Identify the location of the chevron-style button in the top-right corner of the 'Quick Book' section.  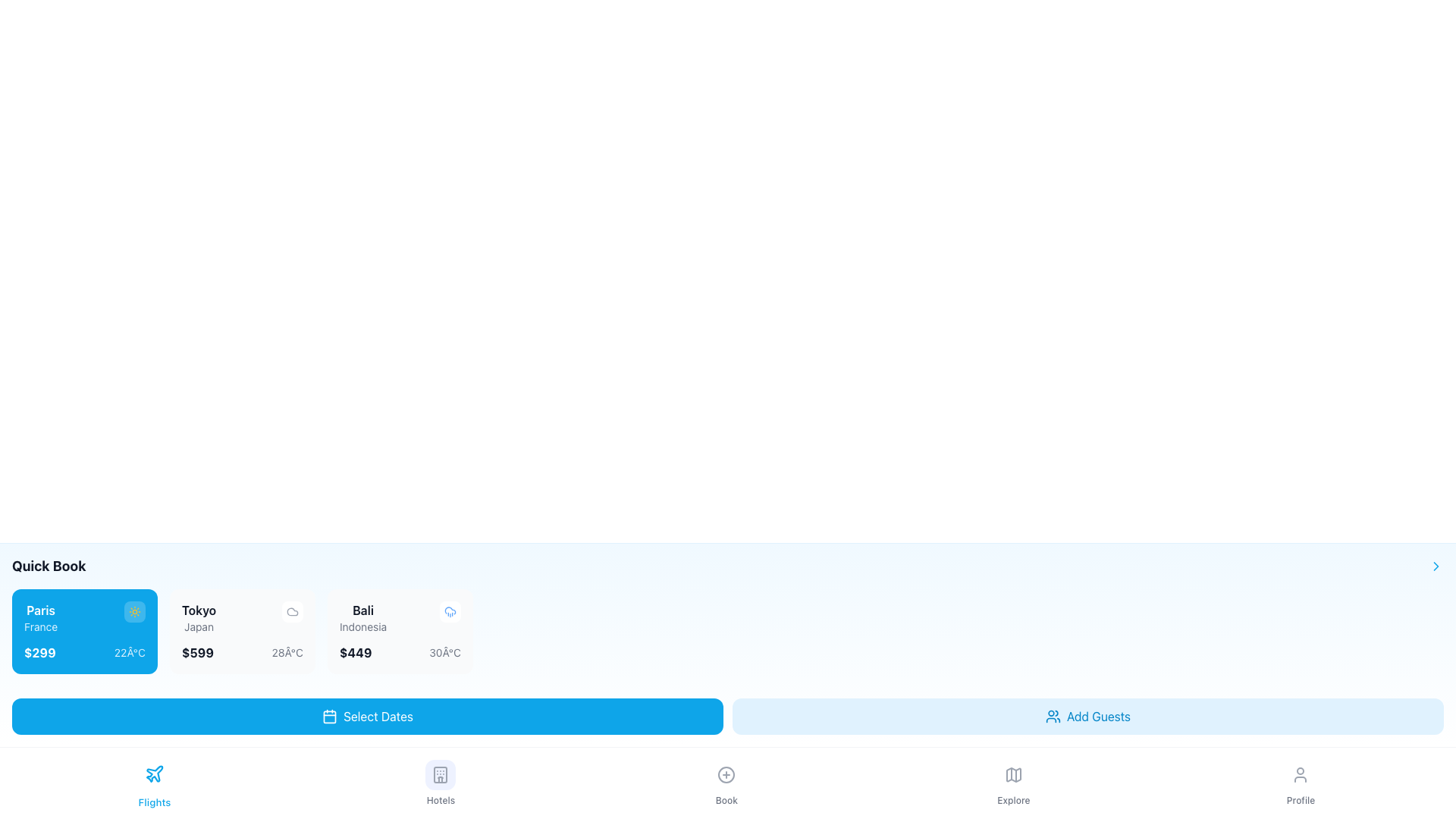
(1436, 566).